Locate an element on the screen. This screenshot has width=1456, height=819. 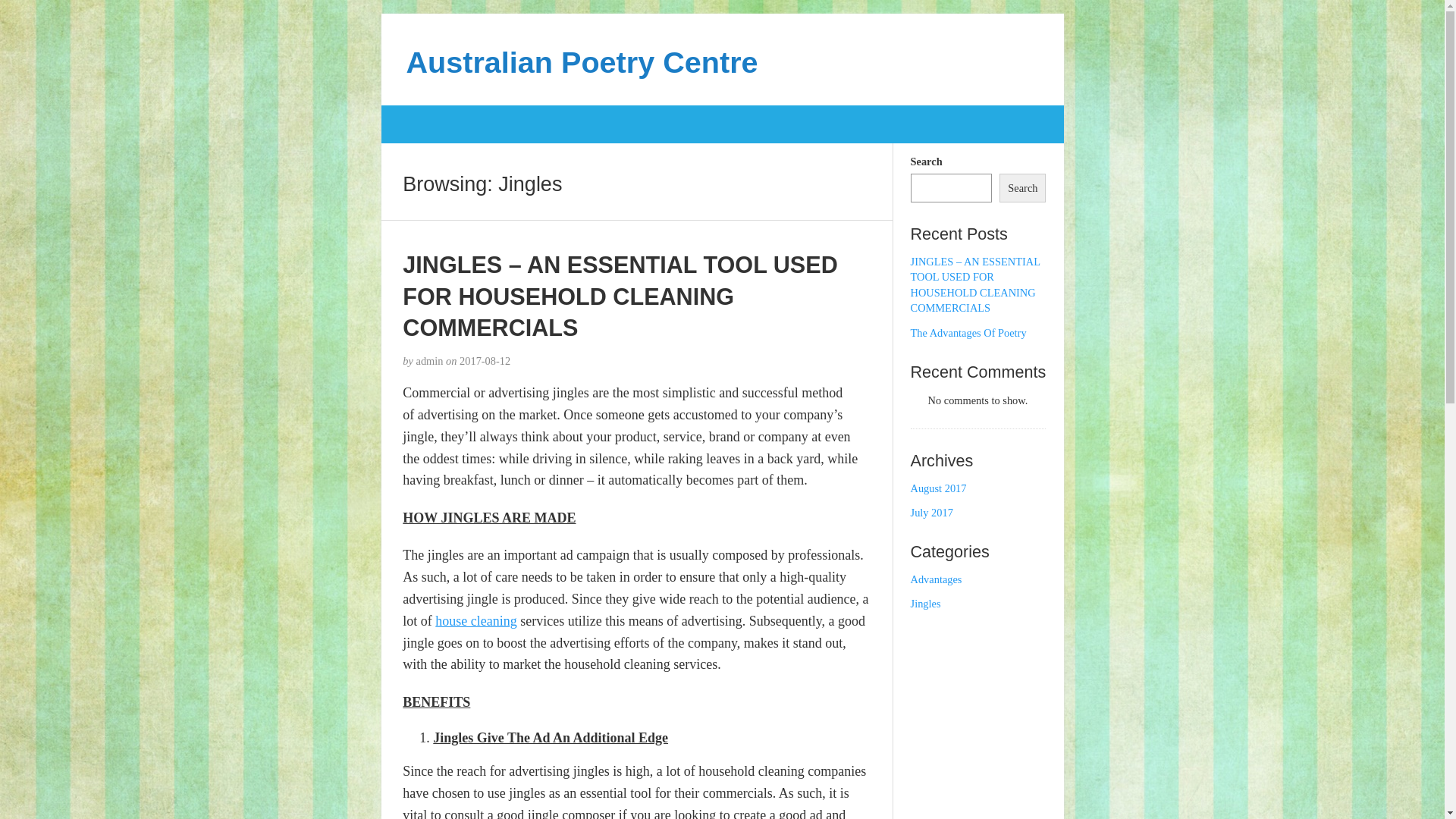
'Advantages' is located at coordinates (935, 579).